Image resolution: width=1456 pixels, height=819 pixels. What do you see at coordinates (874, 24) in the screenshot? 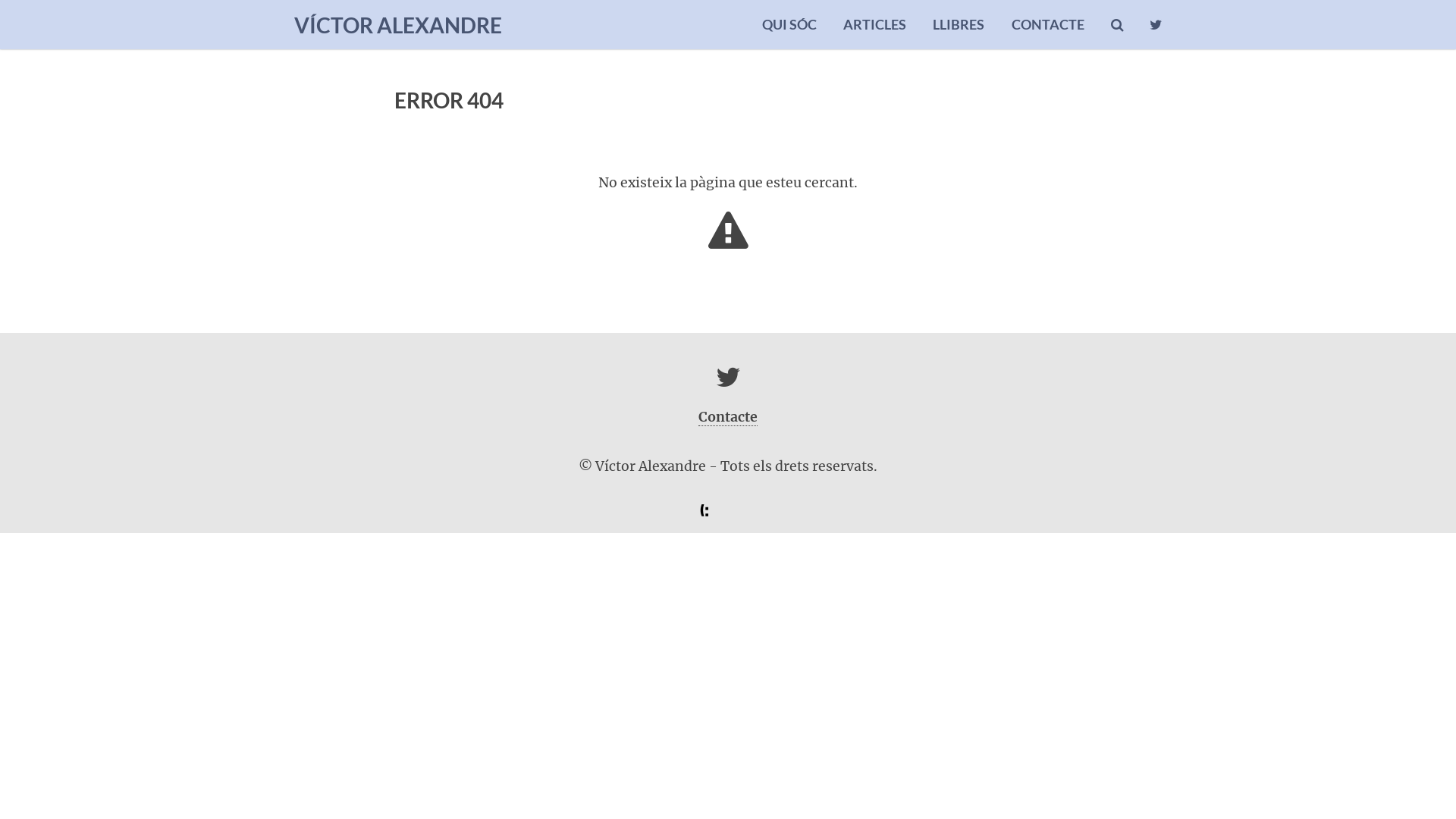
I see `'ARTICLES'` at bounding box center [874, 24].